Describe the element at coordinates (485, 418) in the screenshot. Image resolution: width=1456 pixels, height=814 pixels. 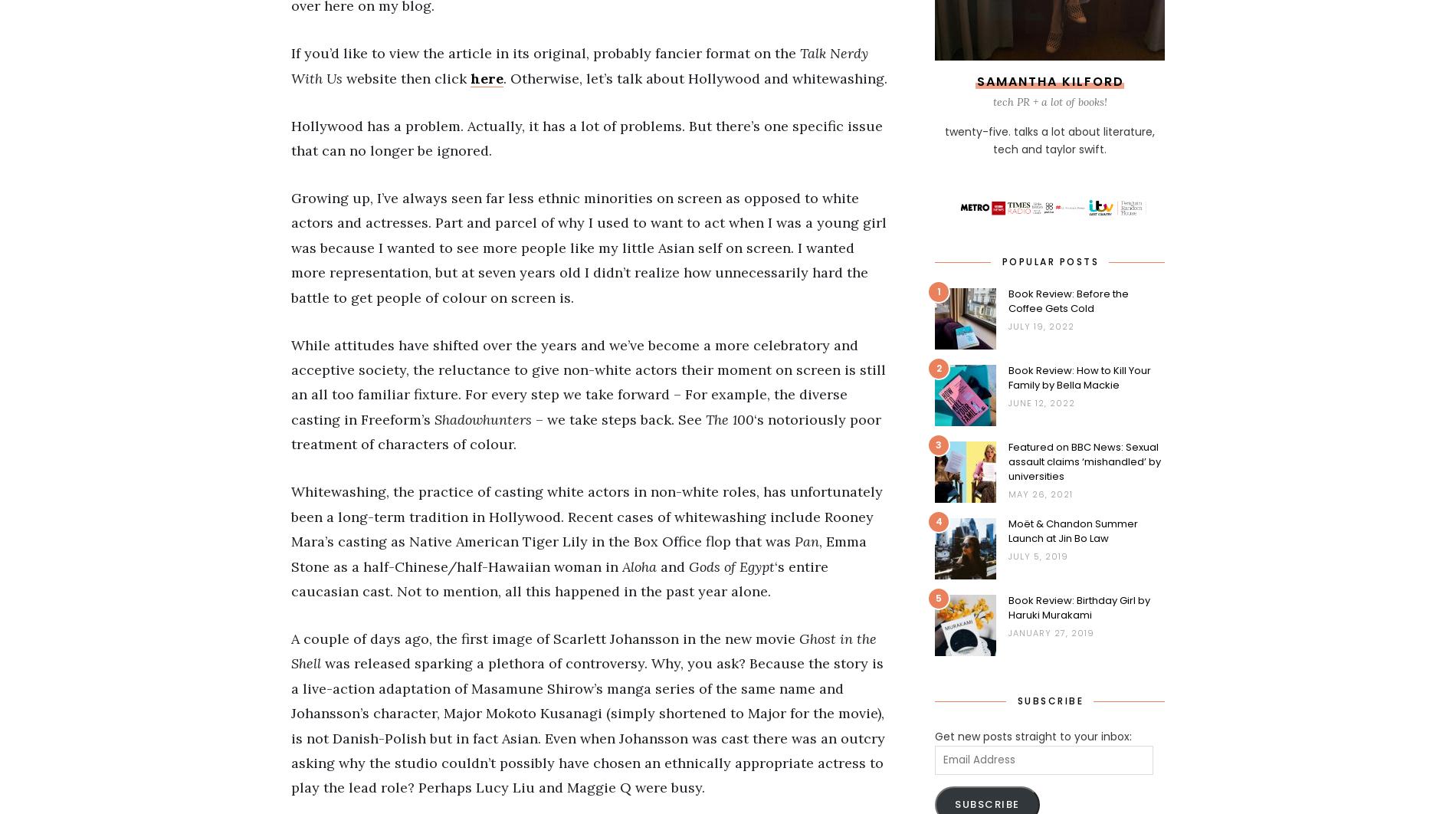
I see `'Shadowhunters'` at that location.